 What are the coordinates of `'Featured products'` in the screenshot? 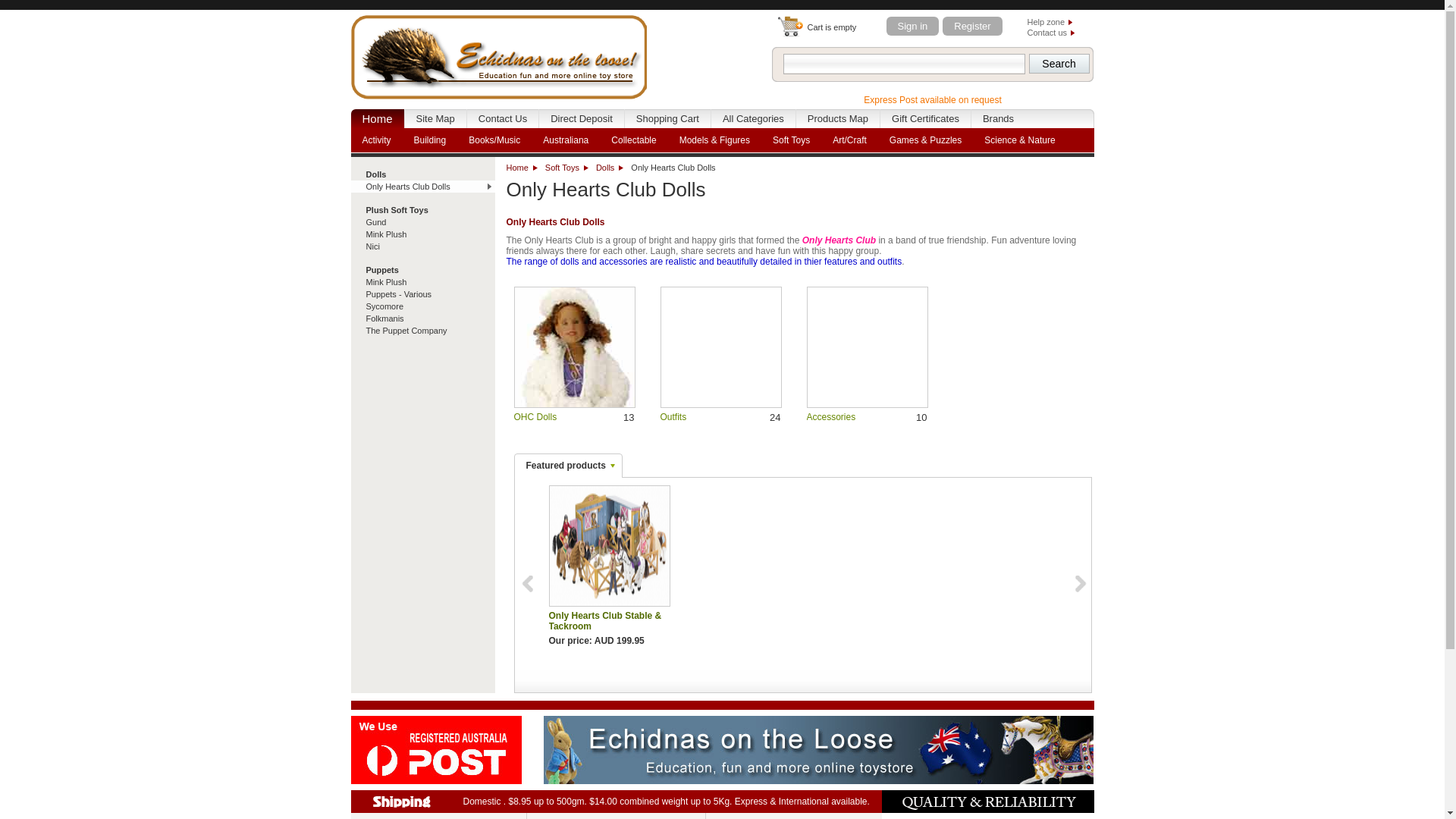 It's located at (566, 465).